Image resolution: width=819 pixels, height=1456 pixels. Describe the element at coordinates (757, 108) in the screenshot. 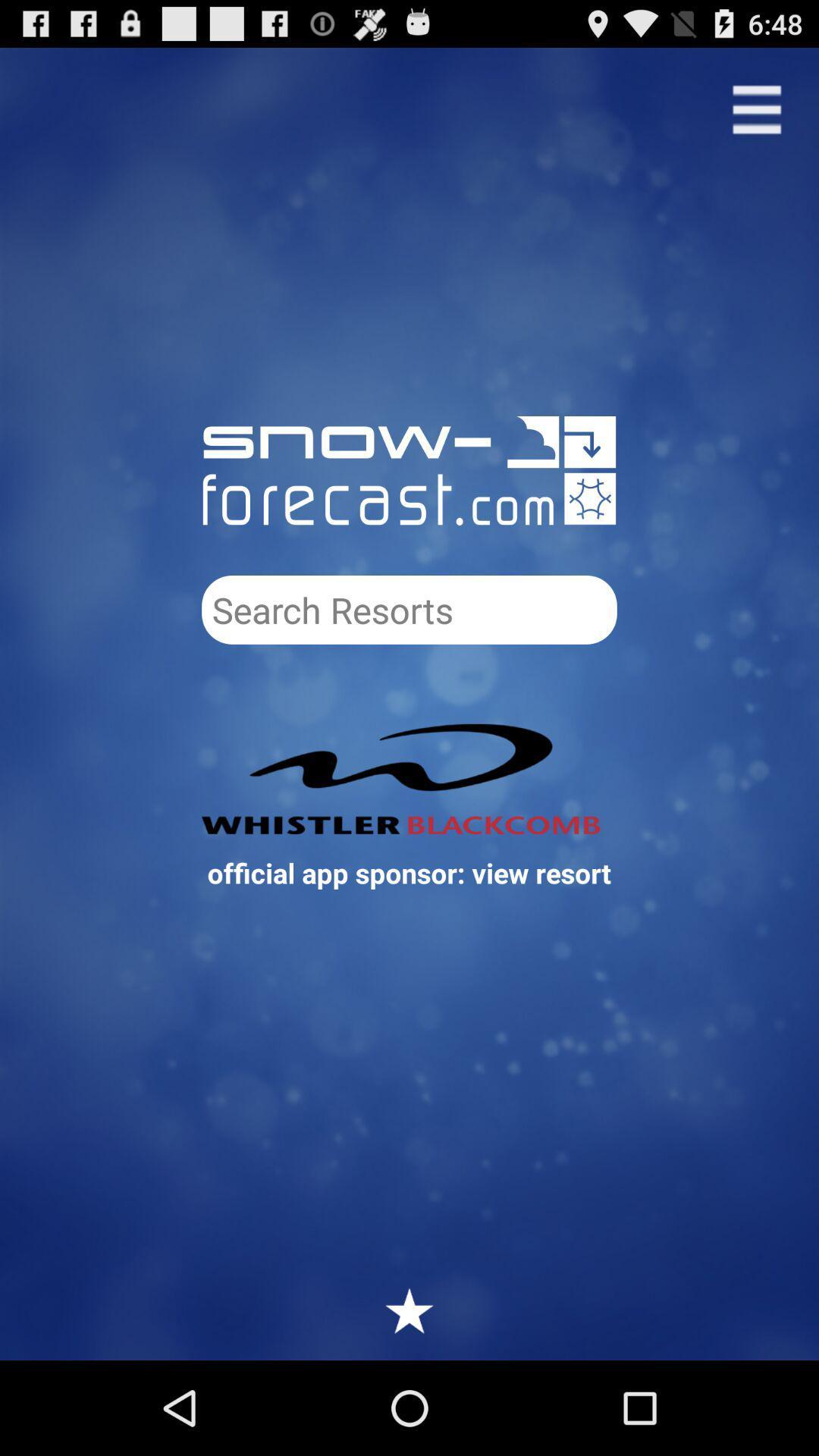

I see `see menu` at that location.